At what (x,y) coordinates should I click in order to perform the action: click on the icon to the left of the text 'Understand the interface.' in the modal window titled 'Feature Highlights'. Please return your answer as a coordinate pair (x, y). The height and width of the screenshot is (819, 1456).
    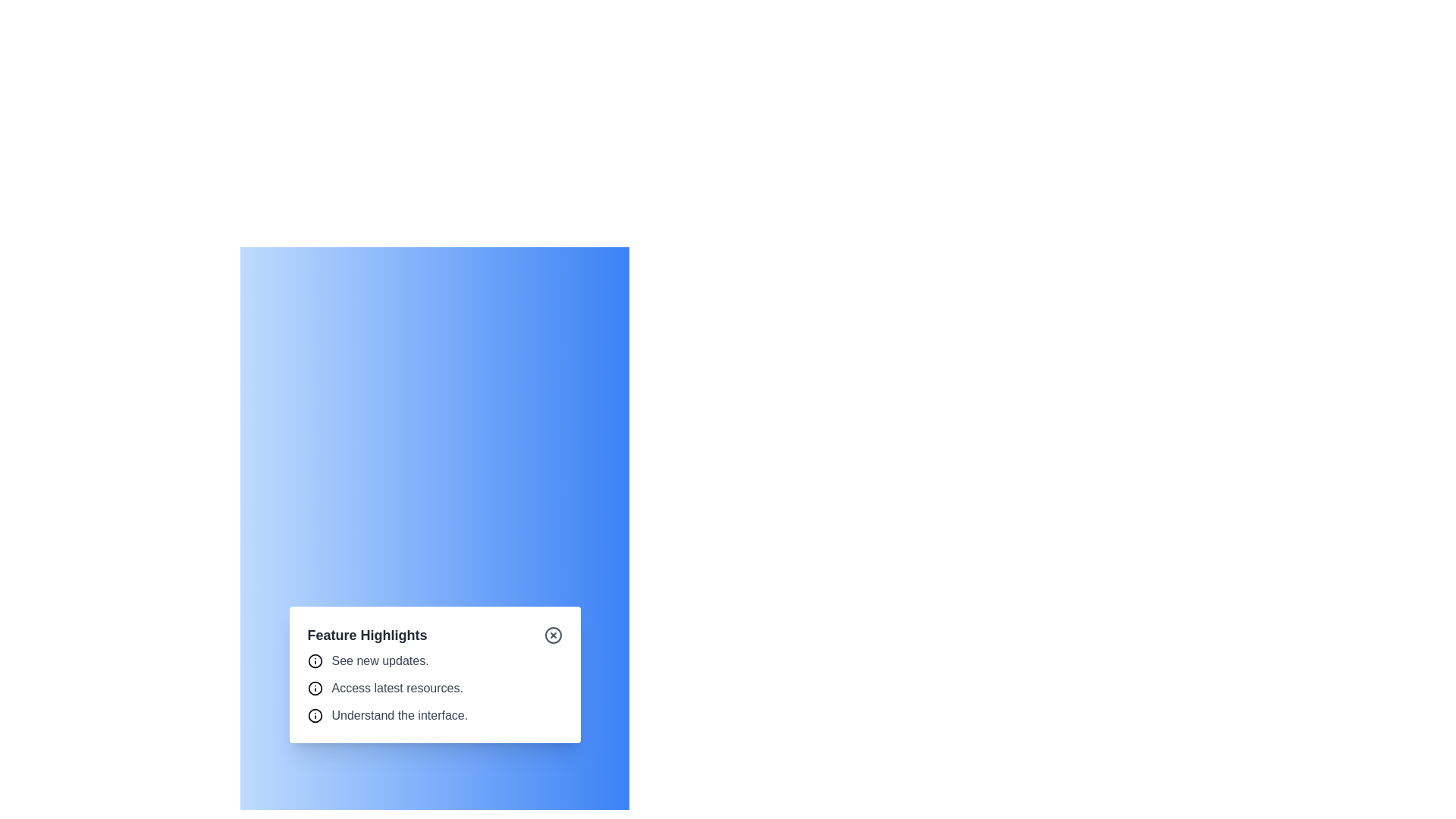
    Looking at the image, I should click on (314, 716).